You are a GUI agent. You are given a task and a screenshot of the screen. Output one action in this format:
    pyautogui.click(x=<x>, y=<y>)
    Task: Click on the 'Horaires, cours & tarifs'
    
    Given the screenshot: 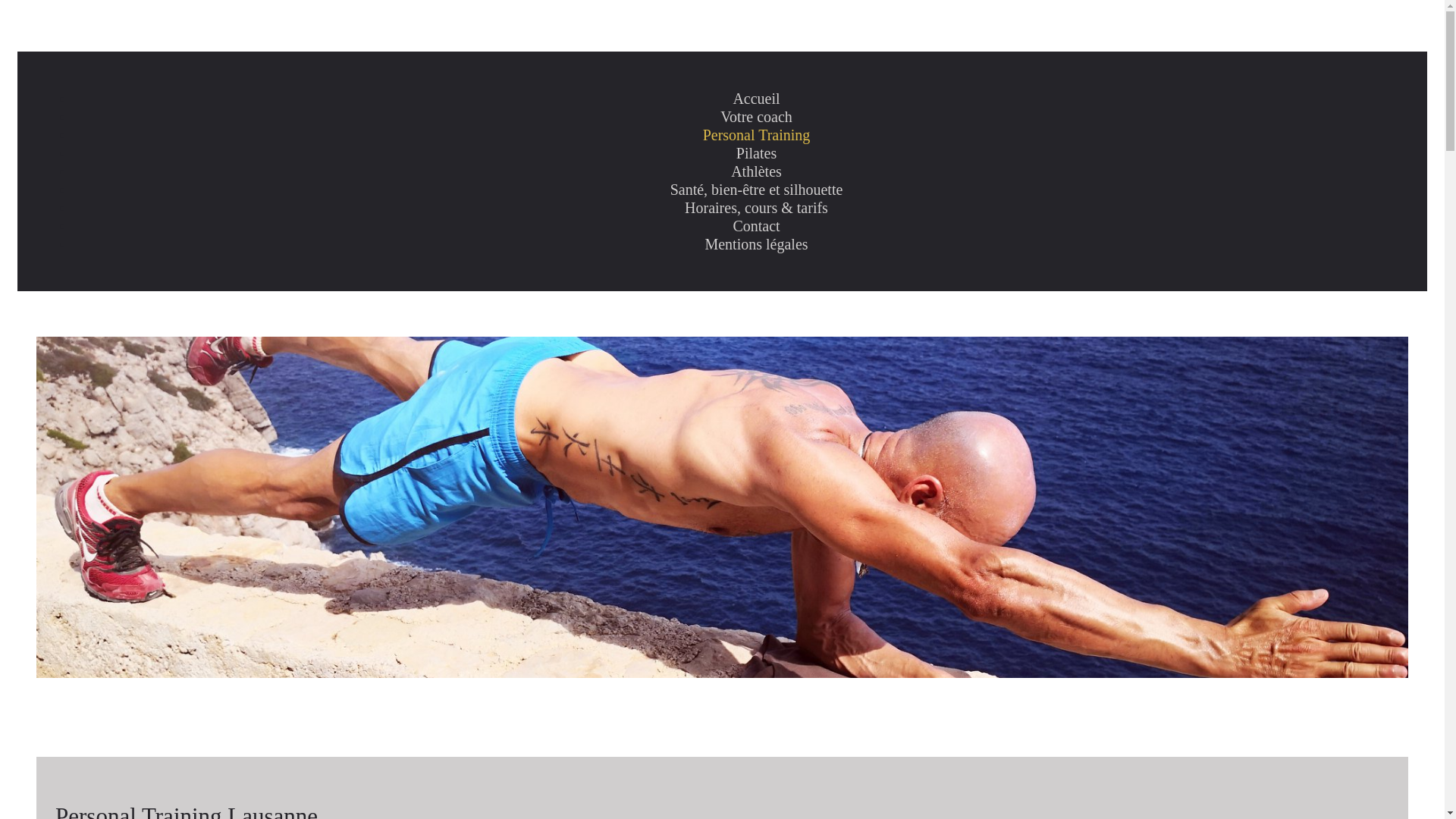 What is the action you would take?
    pyautogui.click(x=683, y=207)
    